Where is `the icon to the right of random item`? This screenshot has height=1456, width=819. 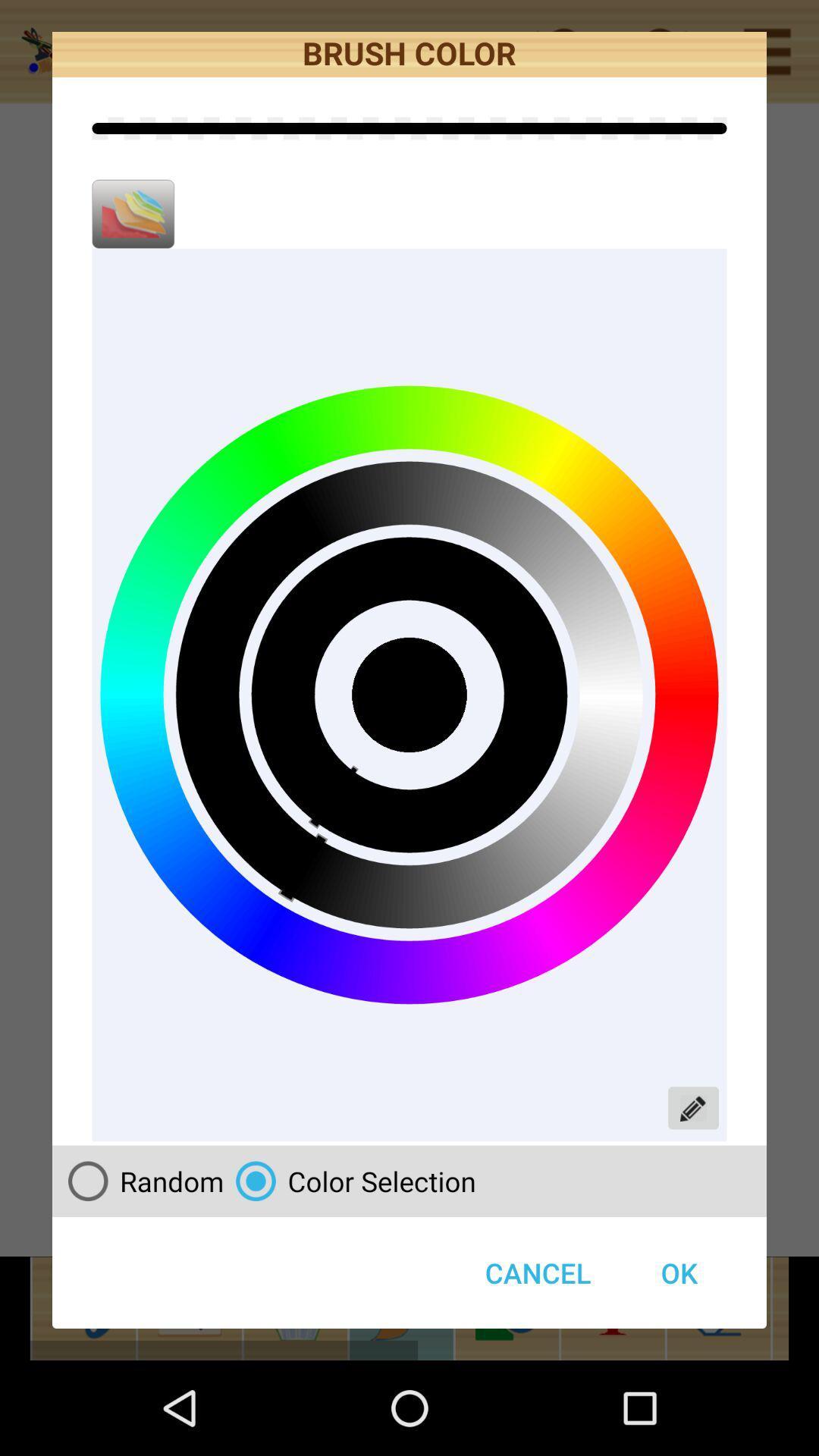
the icon to the right of random item is located at coordinates (350, 1180).